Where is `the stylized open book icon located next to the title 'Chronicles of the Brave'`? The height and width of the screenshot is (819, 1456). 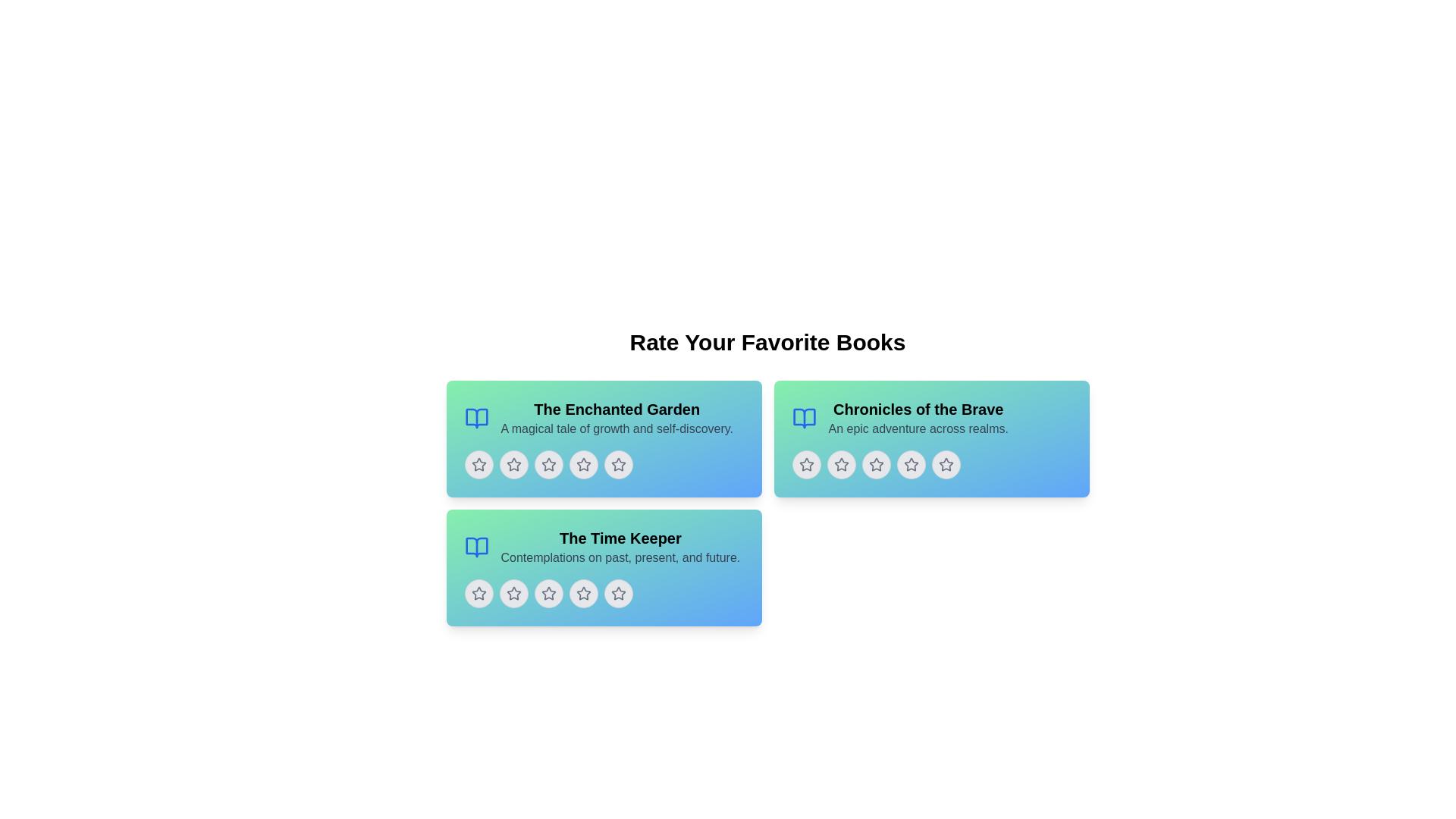 the stylized open book icon located next to the title 'Chronicles of the Brave' is located at coordinates (803, 418).